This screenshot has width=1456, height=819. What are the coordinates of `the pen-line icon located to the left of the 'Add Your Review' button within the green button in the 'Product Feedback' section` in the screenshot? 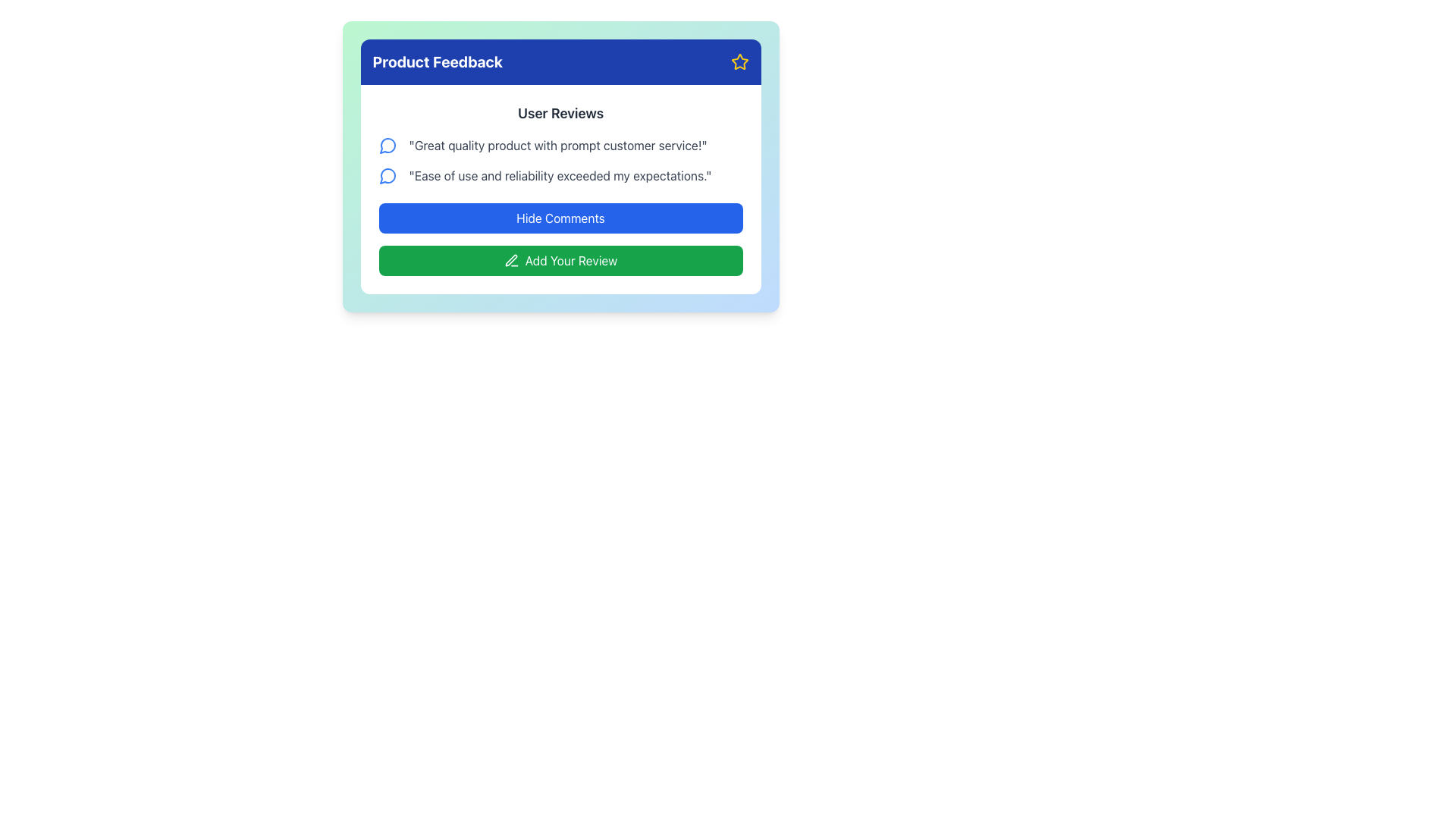 It's located at (511, 259).